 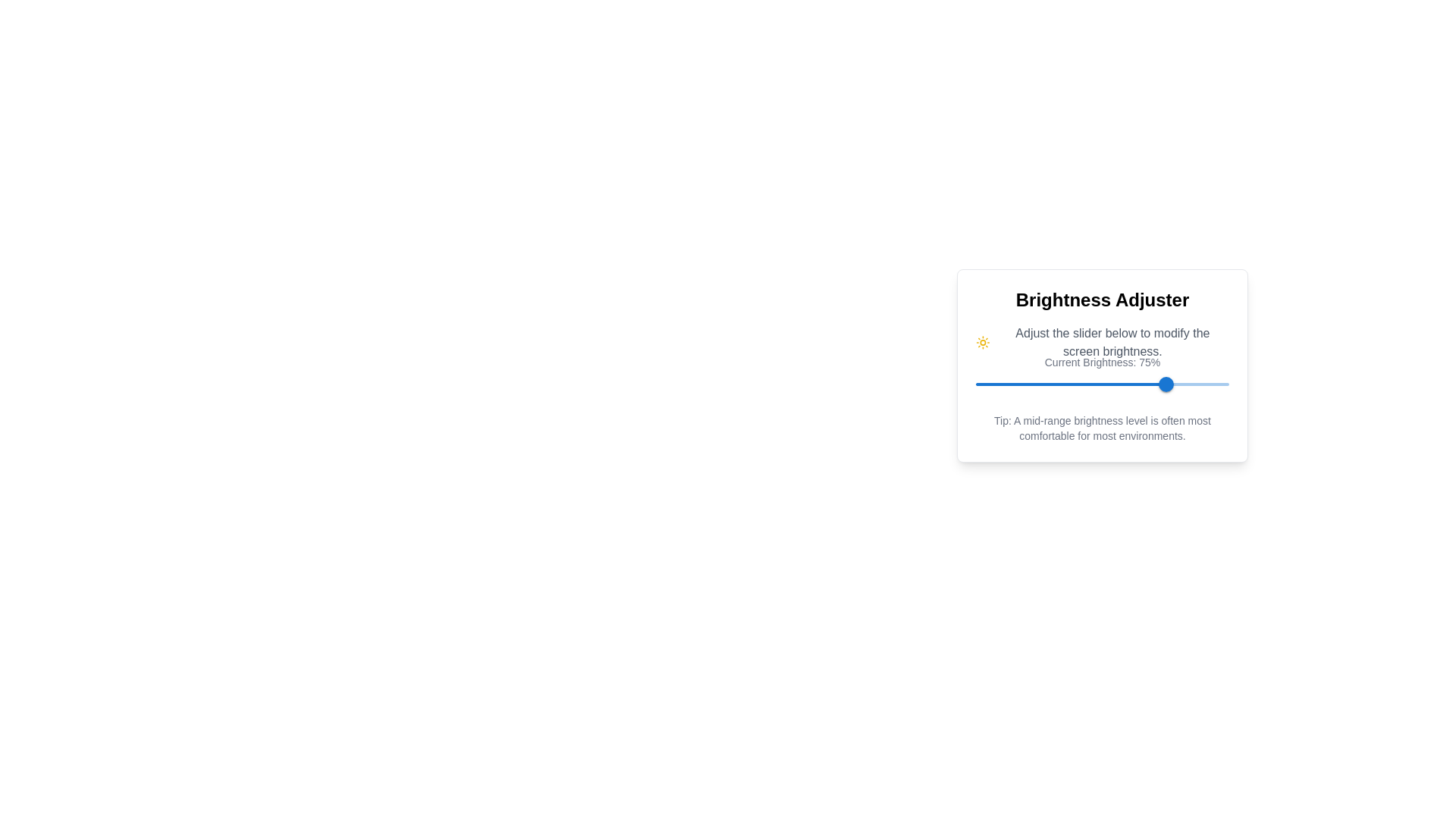 What do you see at coordinates (1103, 362) in the screenshot?
I see `the text label displaying 'Current Brightness: 75%' which is positioned above the slider control and has gray text styling` at bounding box center [1103, 362].